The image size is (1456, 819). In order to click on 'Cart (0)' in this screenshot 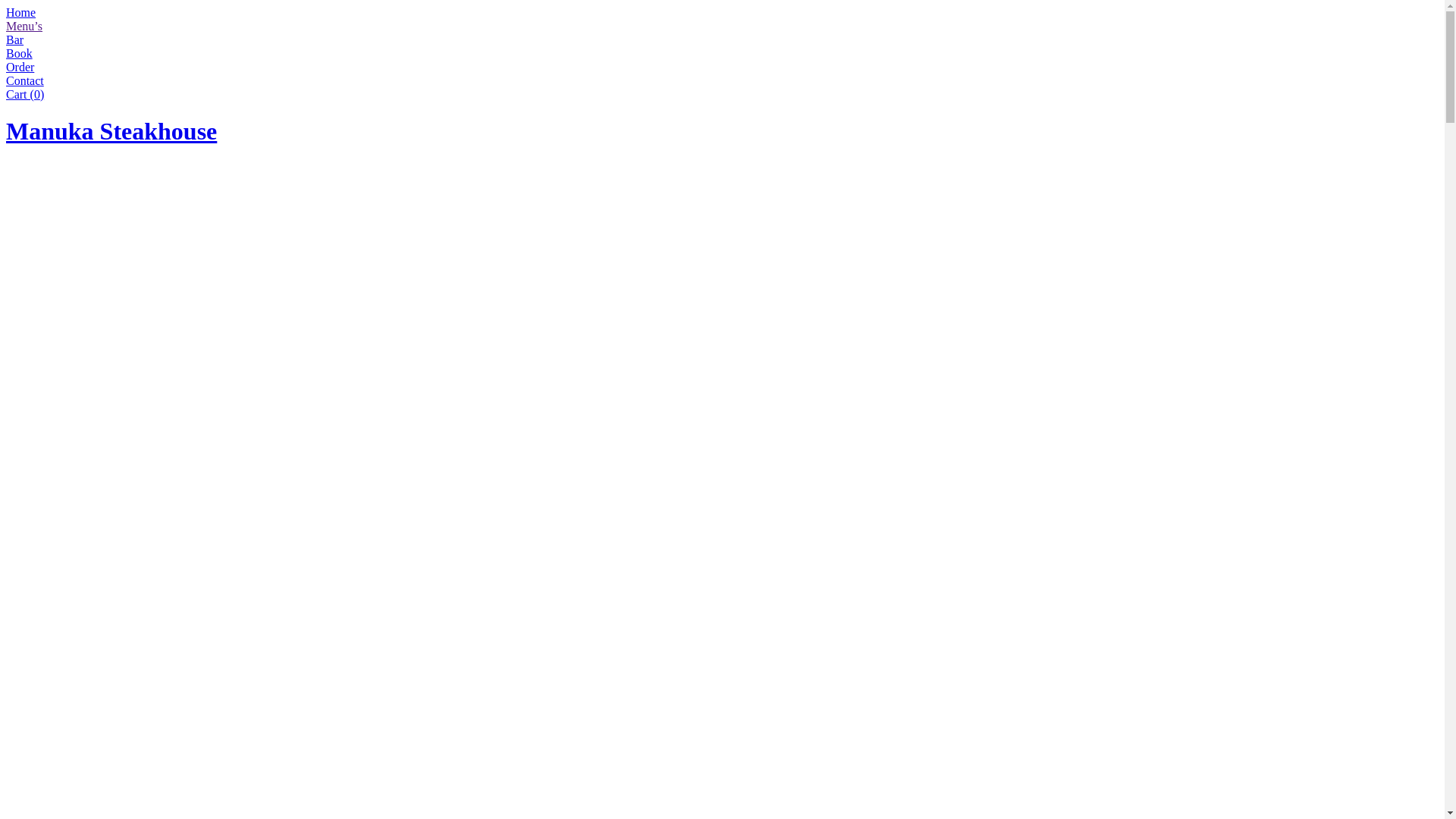, I will do `click(25, 94)`.